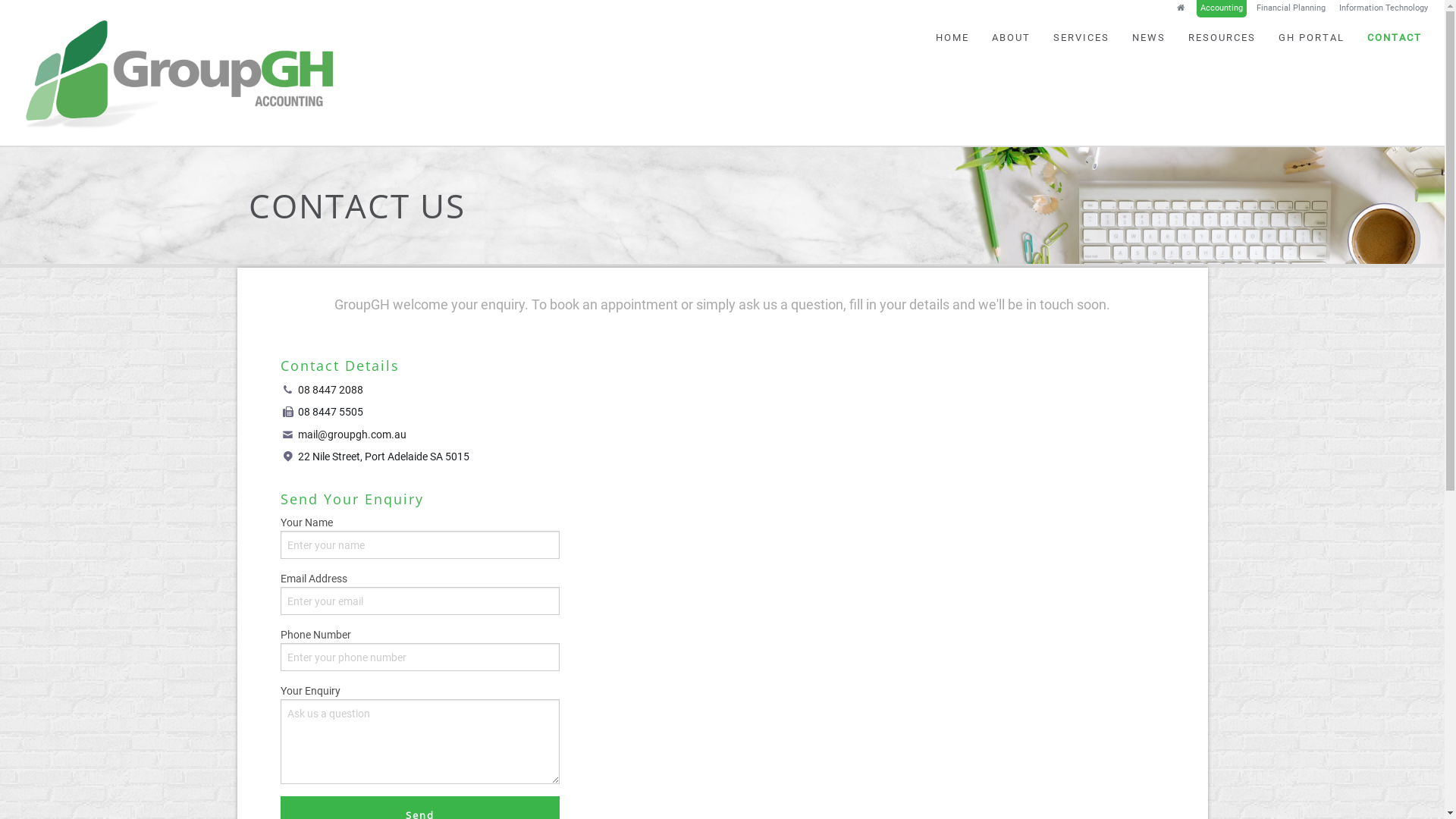 Image resolution: width=1456 pixels, height=819 pixels. I want to click on 'CONTACT', so click(1394, 36).